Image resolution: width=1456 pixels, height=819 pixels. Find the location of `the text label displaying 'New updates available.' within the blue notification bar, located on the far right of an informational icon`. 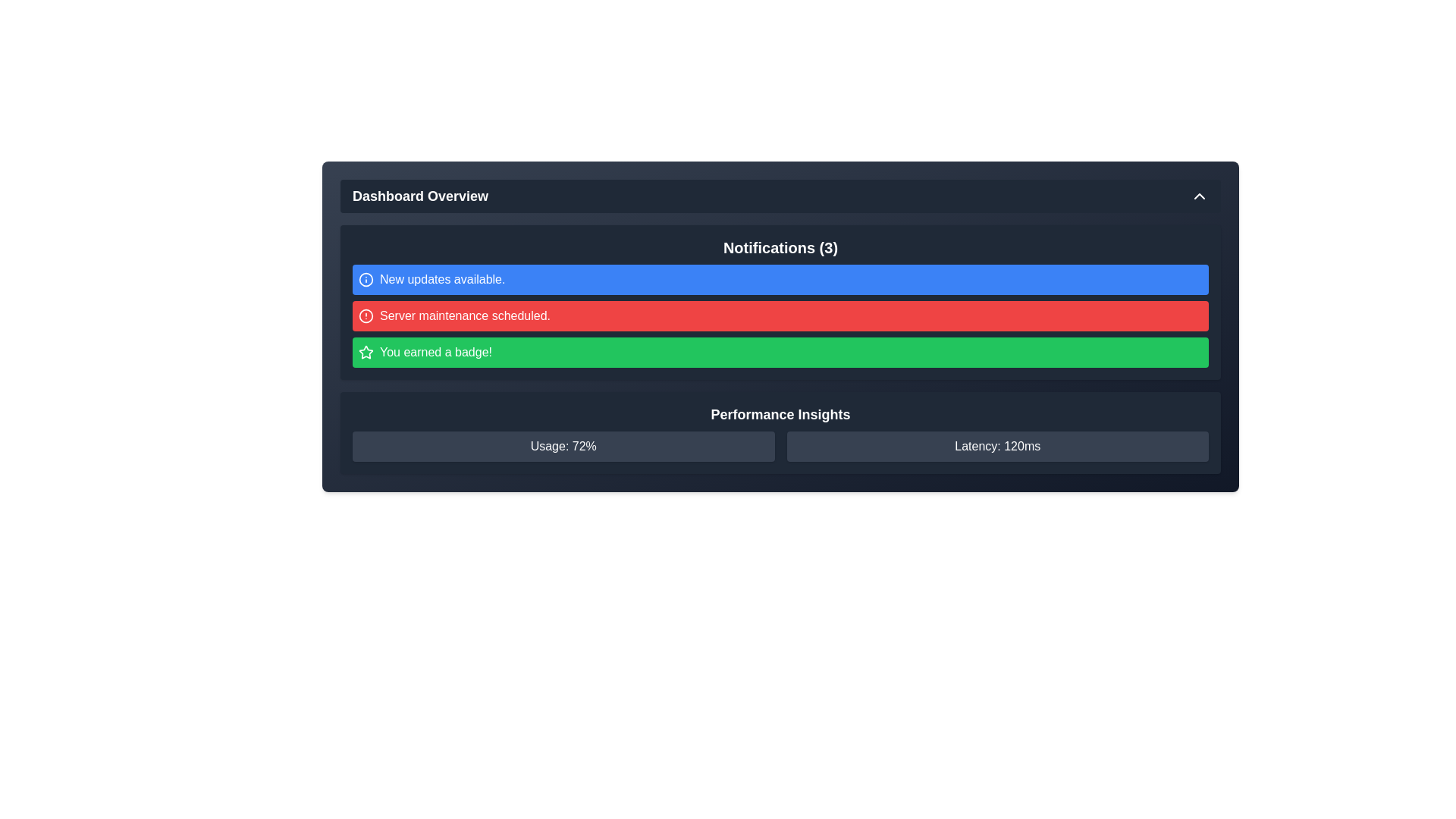

the text label displaying 'New updates available.' within the blue notification bar, located on the far right of an informational icon is located at coordinates (441, 280).